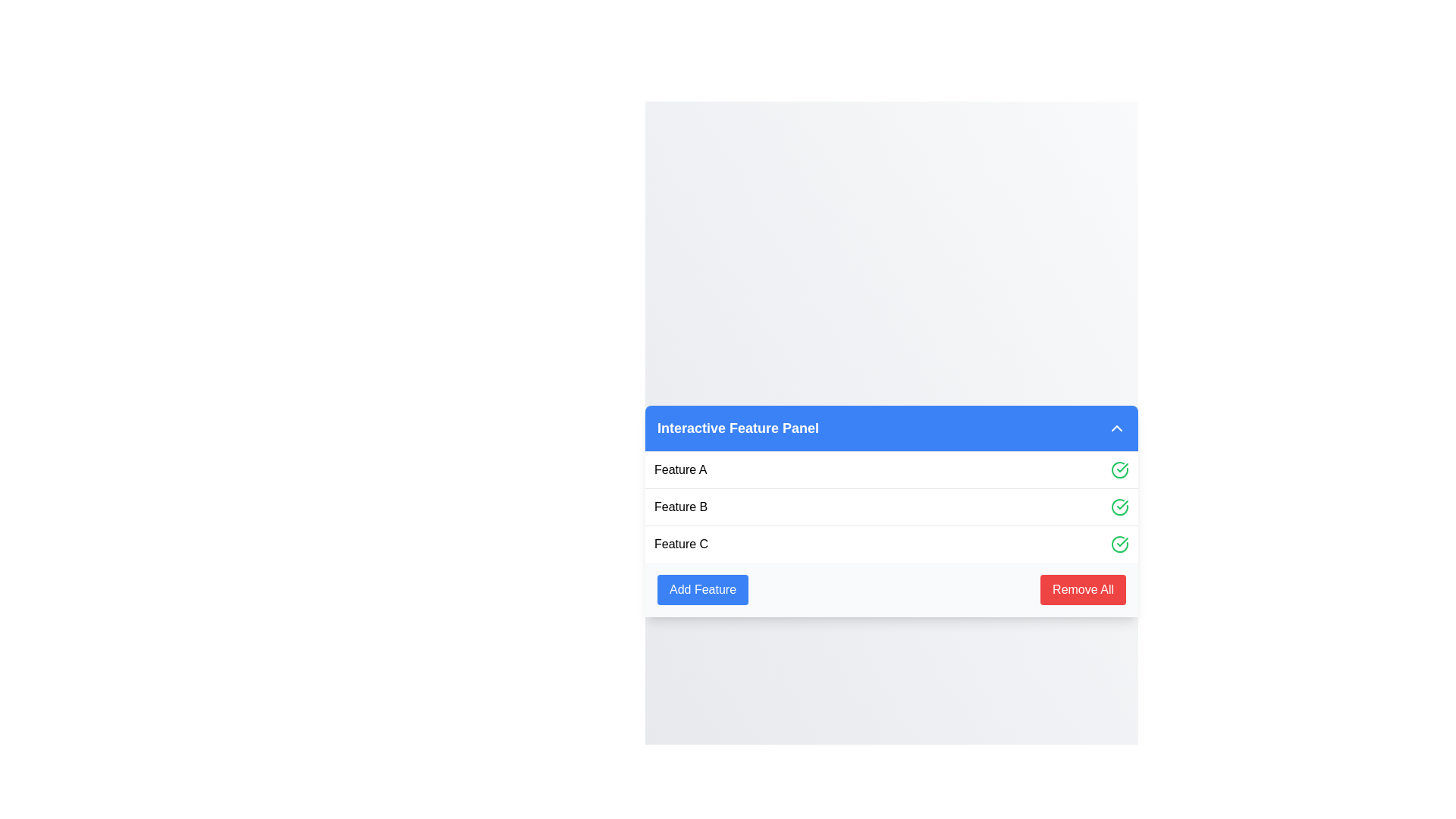 The width and height of the screenshot is (1456, 819). What do you see at coordinates (680, 543) in the screenshot?
I see `the Label containing the text 'Feature C', which is styled as plain black text and located below the rows labeled 'Feature A' and 'Feature B'` at bounding box center [680, 543].